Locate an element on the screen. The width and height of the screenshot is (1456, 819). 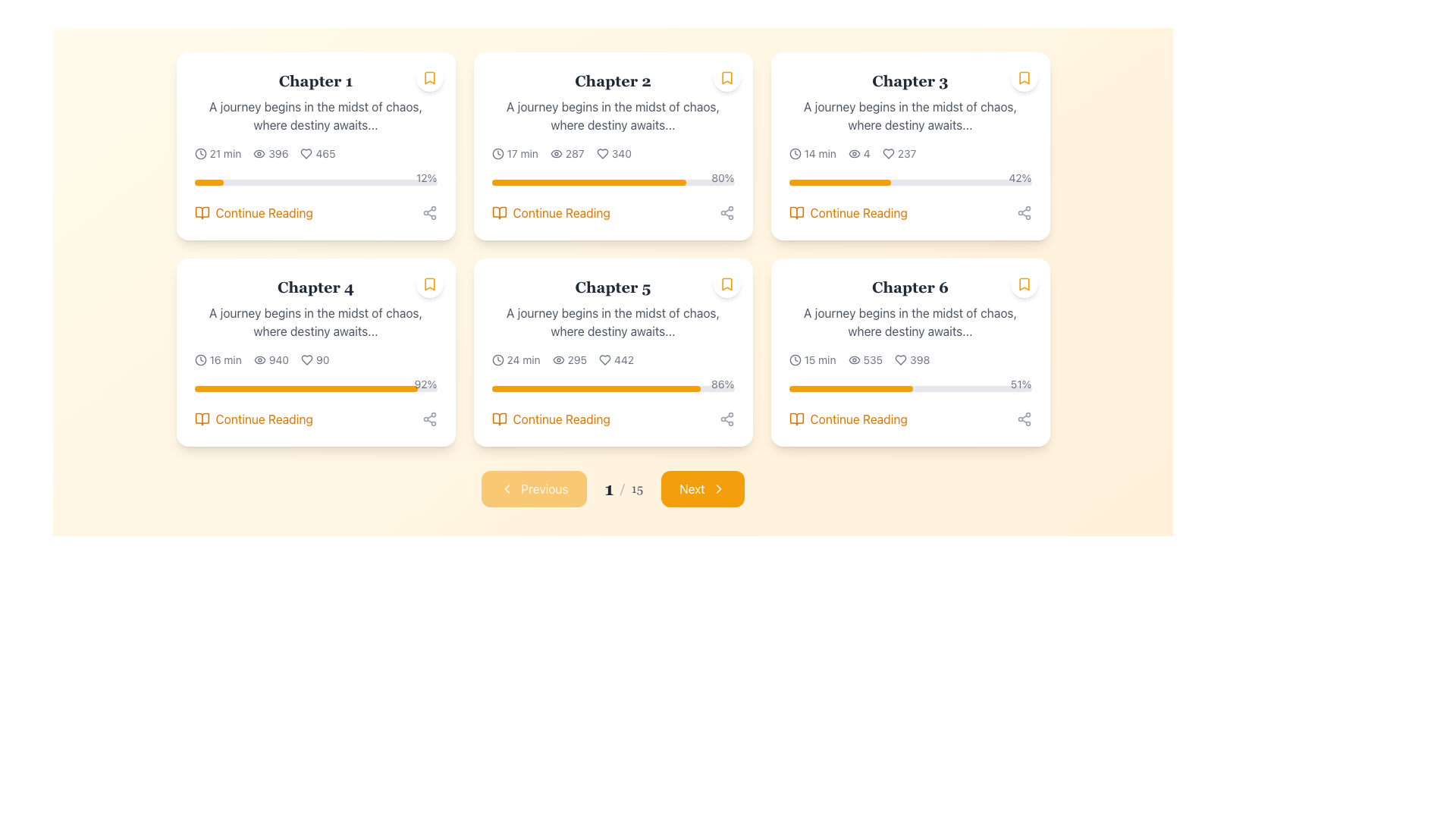
the text display element showing the page number '1', which is styled with a large, bold font and is part of the pagination indicator, located between the 'Previous' and 'Next' buttons is located at coordinates (609, 488).